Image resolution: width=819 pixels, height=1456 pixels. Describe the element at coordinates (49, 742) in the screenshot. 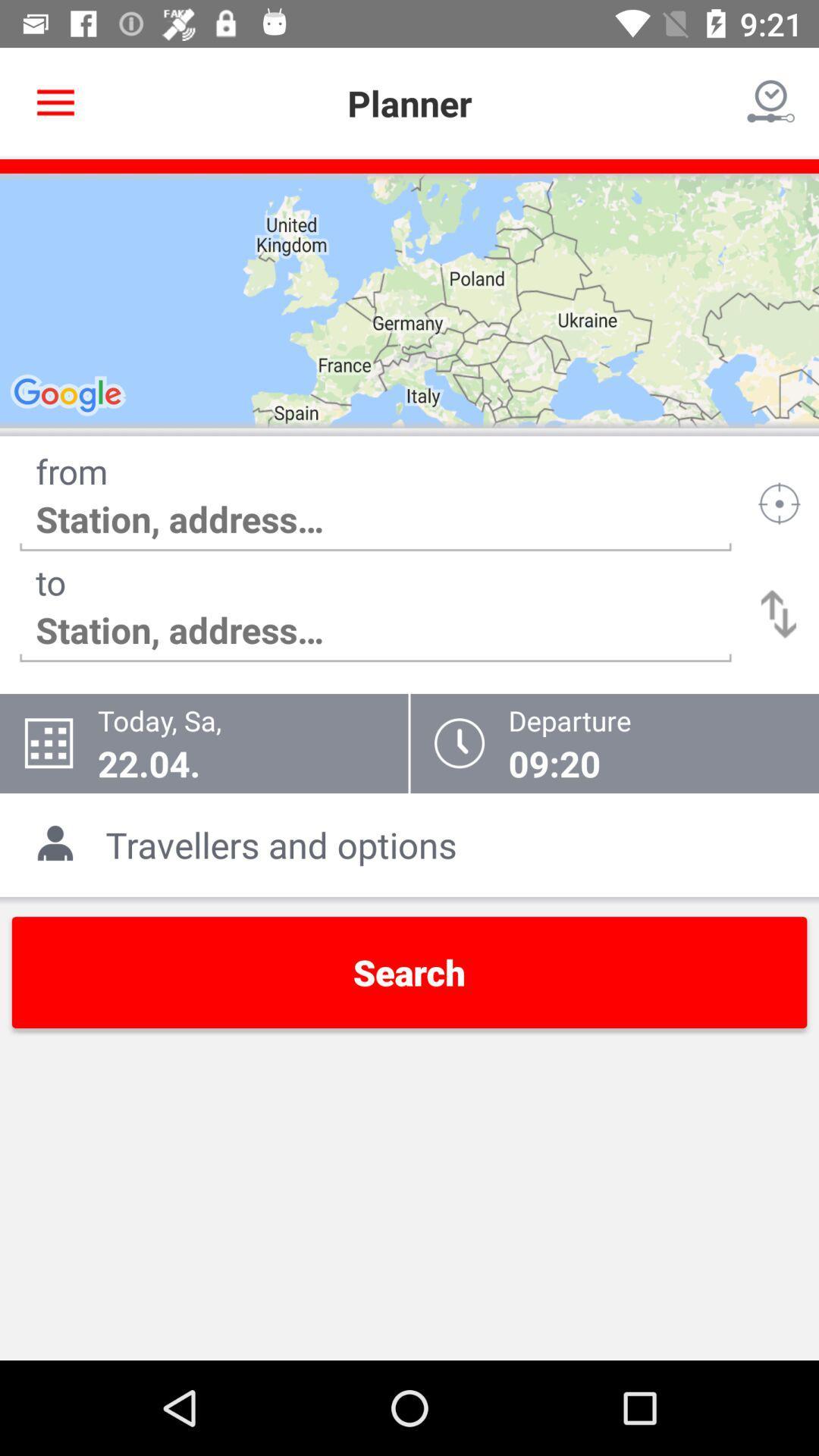

I see `the icon which is left to todaysa` at that location.